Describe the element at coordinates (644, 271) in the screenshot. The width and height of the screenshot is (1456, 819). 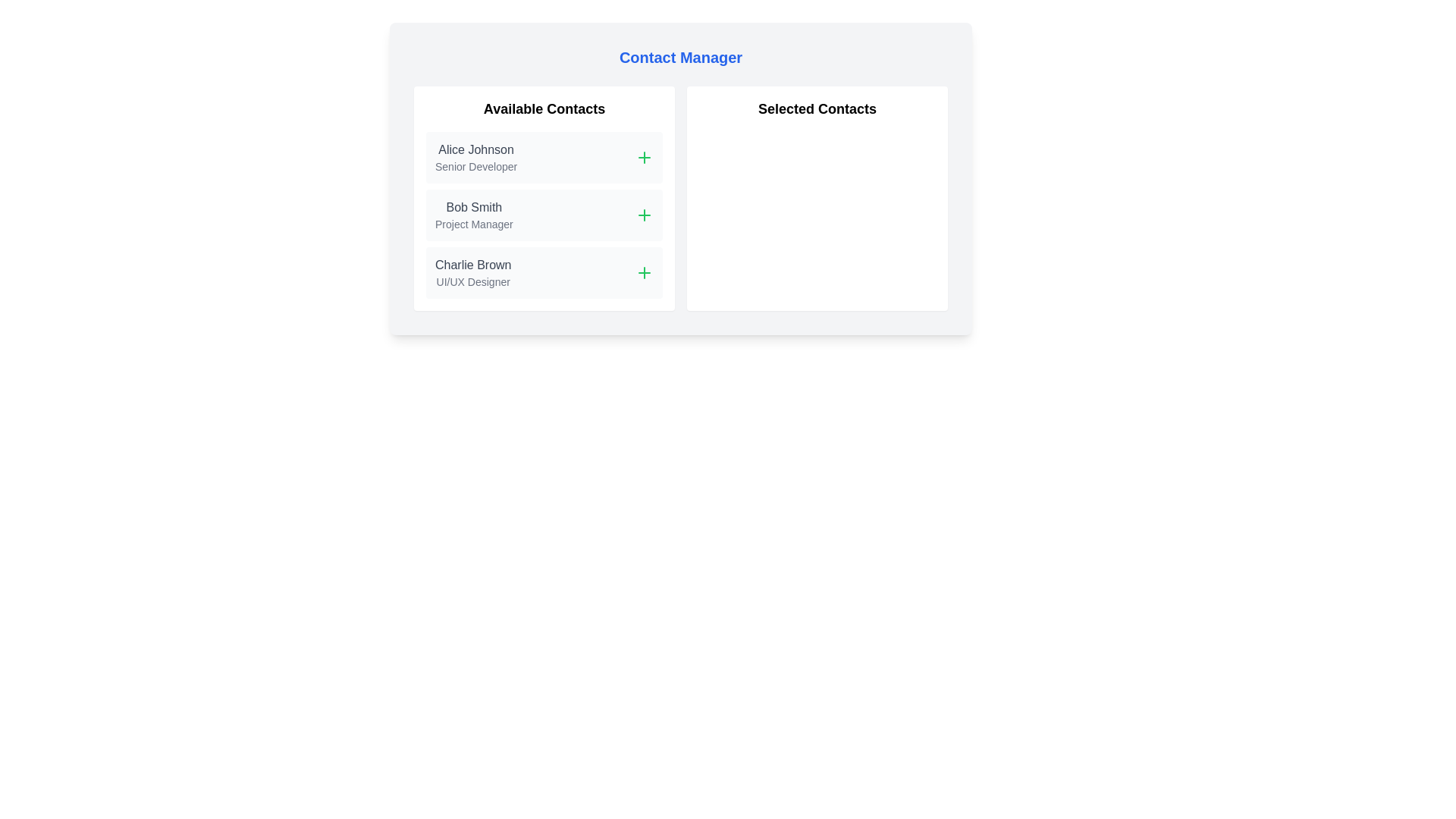
I see `the icon button located under 'Charlie Brown' and 'UI/UX Designer' text` at that location.